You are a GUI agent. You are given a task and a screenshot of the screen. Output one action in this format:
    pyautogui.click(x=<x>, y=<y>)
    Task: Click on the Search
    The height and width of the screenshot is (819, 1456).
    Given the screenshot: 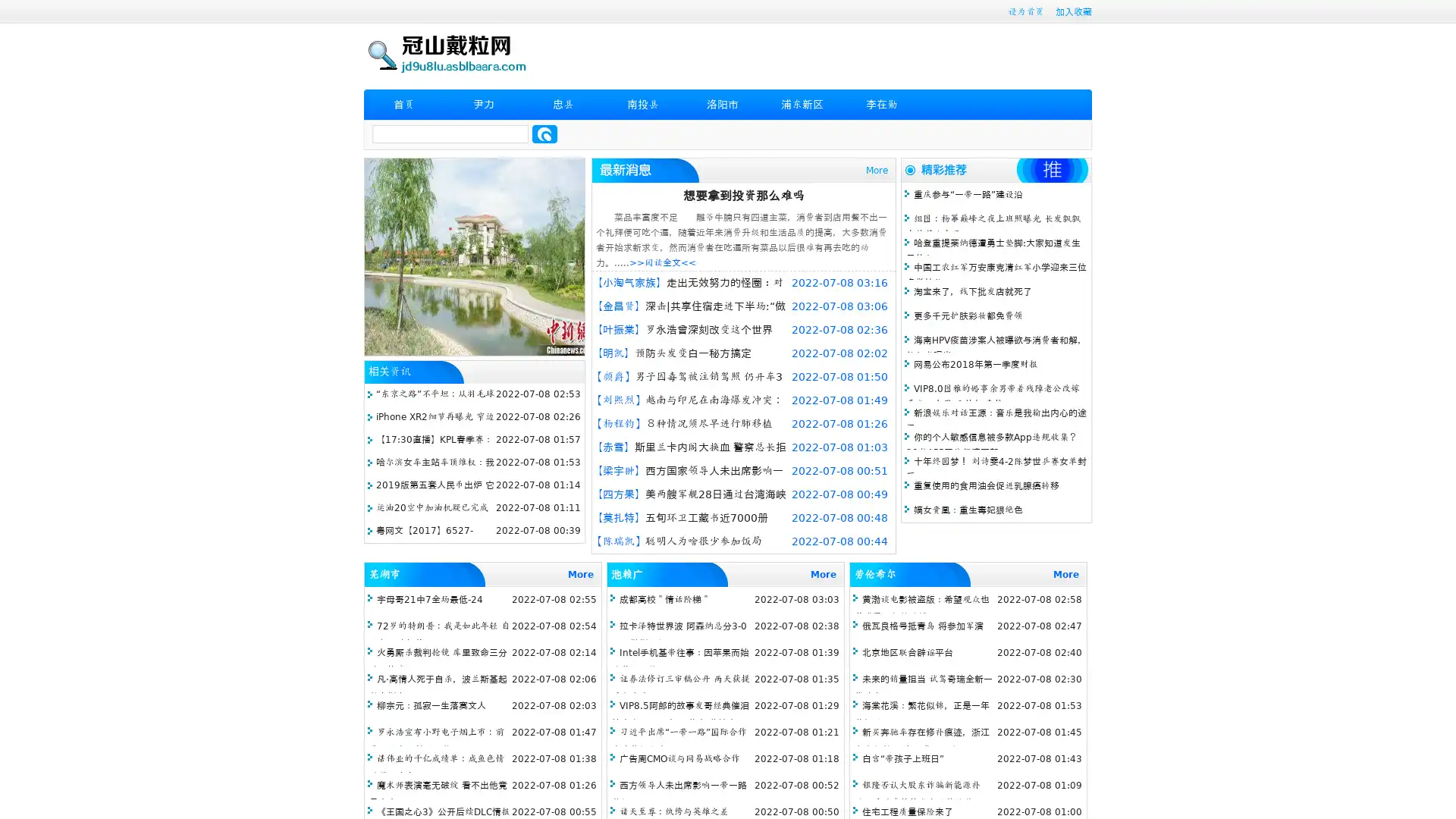 What is the action you would take?
    pyautogui.click(x=544, y=133)
    